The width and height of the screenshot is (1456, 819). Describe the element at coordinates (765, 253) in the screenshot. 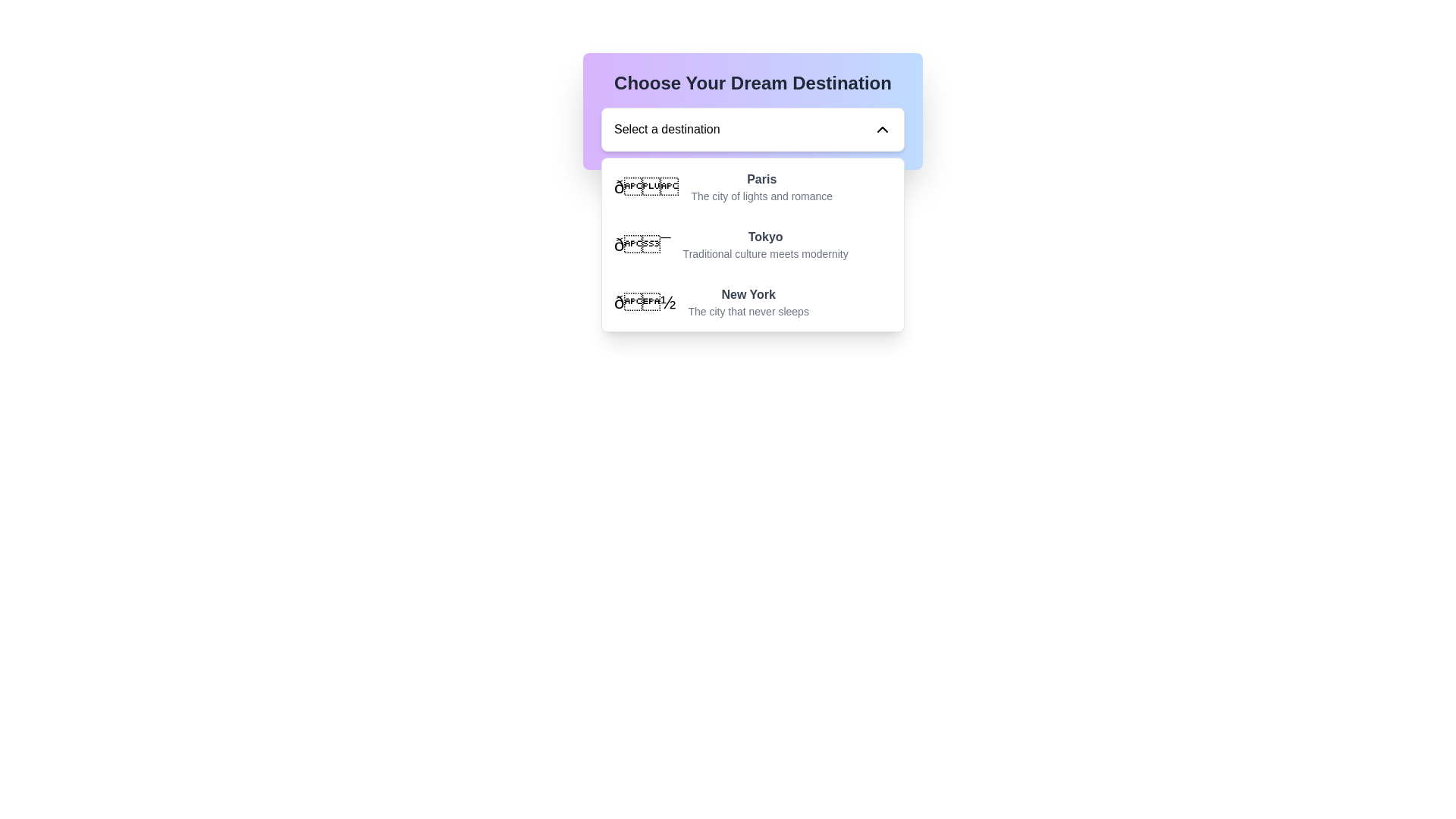

I see `the descriptive subtitle text element for the 'Tokyo' option in the dropdown menu, which is positioned below 'Tokyo' and above 'New York'` at that location.